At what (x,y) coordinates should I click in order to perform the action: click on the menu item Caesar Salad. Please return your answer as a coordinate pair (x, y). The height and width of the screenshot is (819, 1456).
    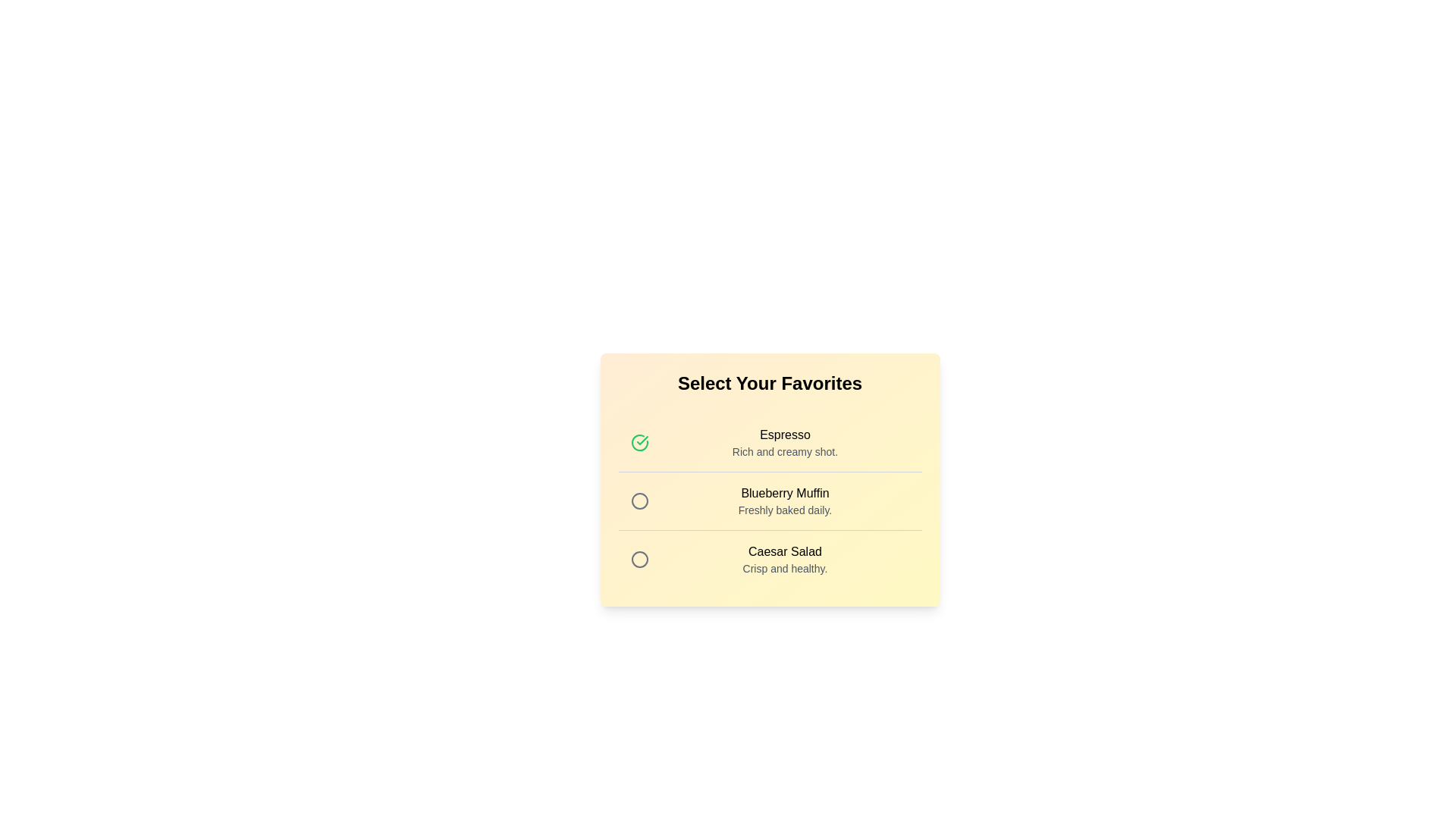
    Looking at the image, I should click on (639, 559).